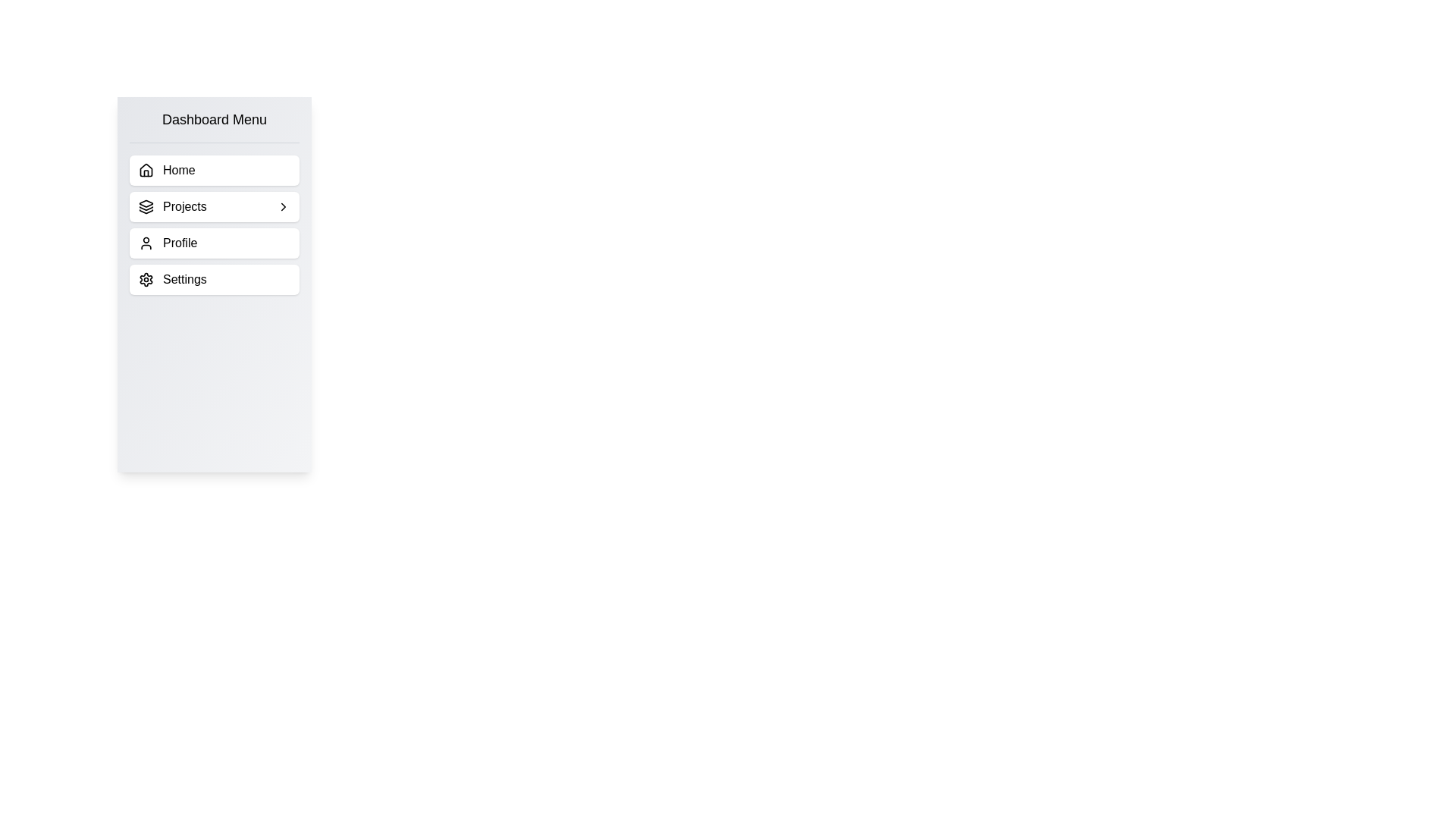  What do you see at coordinates (179, 170) in the screenshot?
I see `the text label indicating 'Dashboard Menu'` at bounding box center [179, 170].